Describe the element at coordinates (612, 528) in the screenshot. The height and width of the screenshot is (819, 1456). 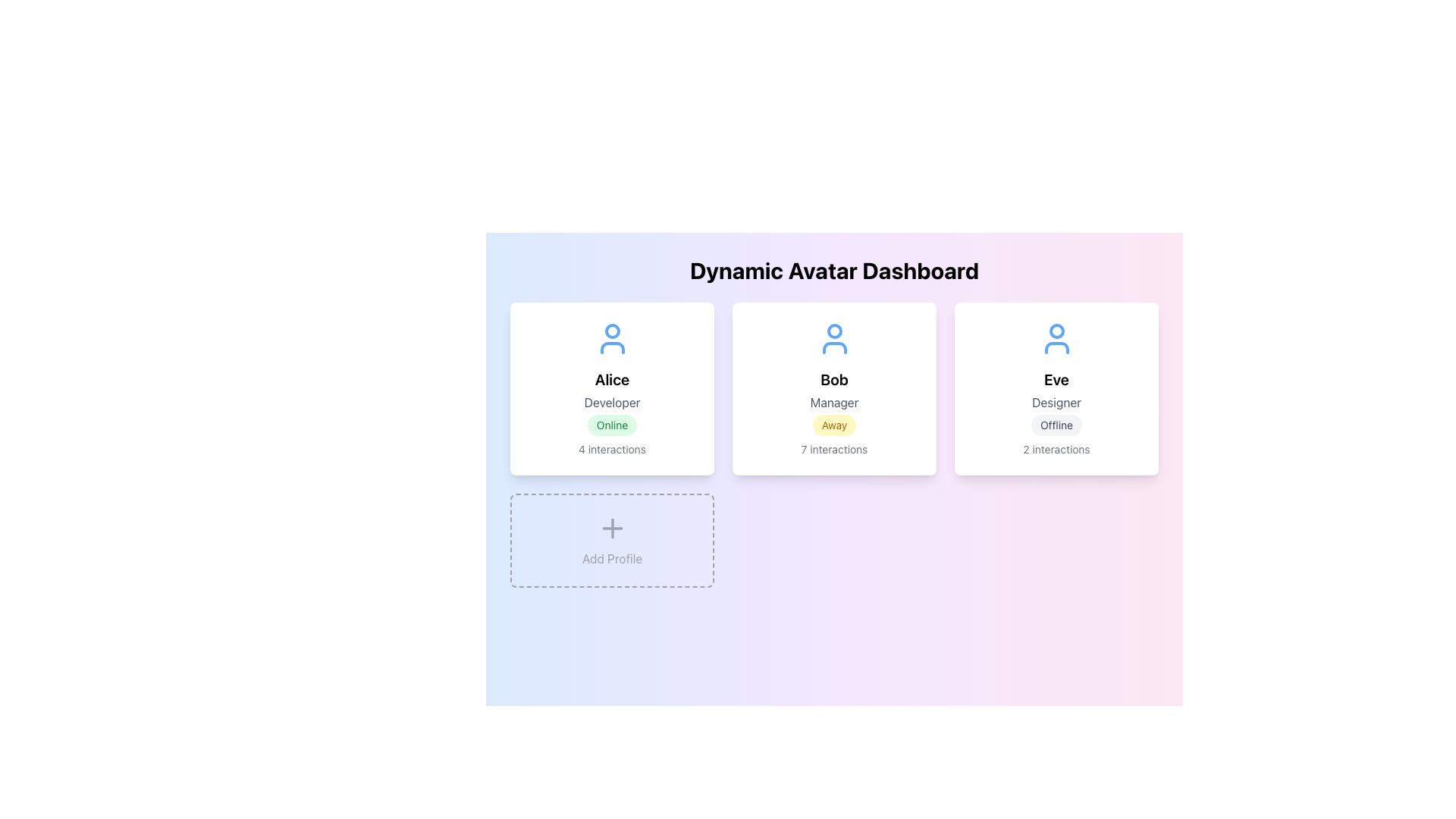
I see `the plus sign icon located in the dashed-bordered 'Add Profile' box to initiate adding a new profile` at that location.